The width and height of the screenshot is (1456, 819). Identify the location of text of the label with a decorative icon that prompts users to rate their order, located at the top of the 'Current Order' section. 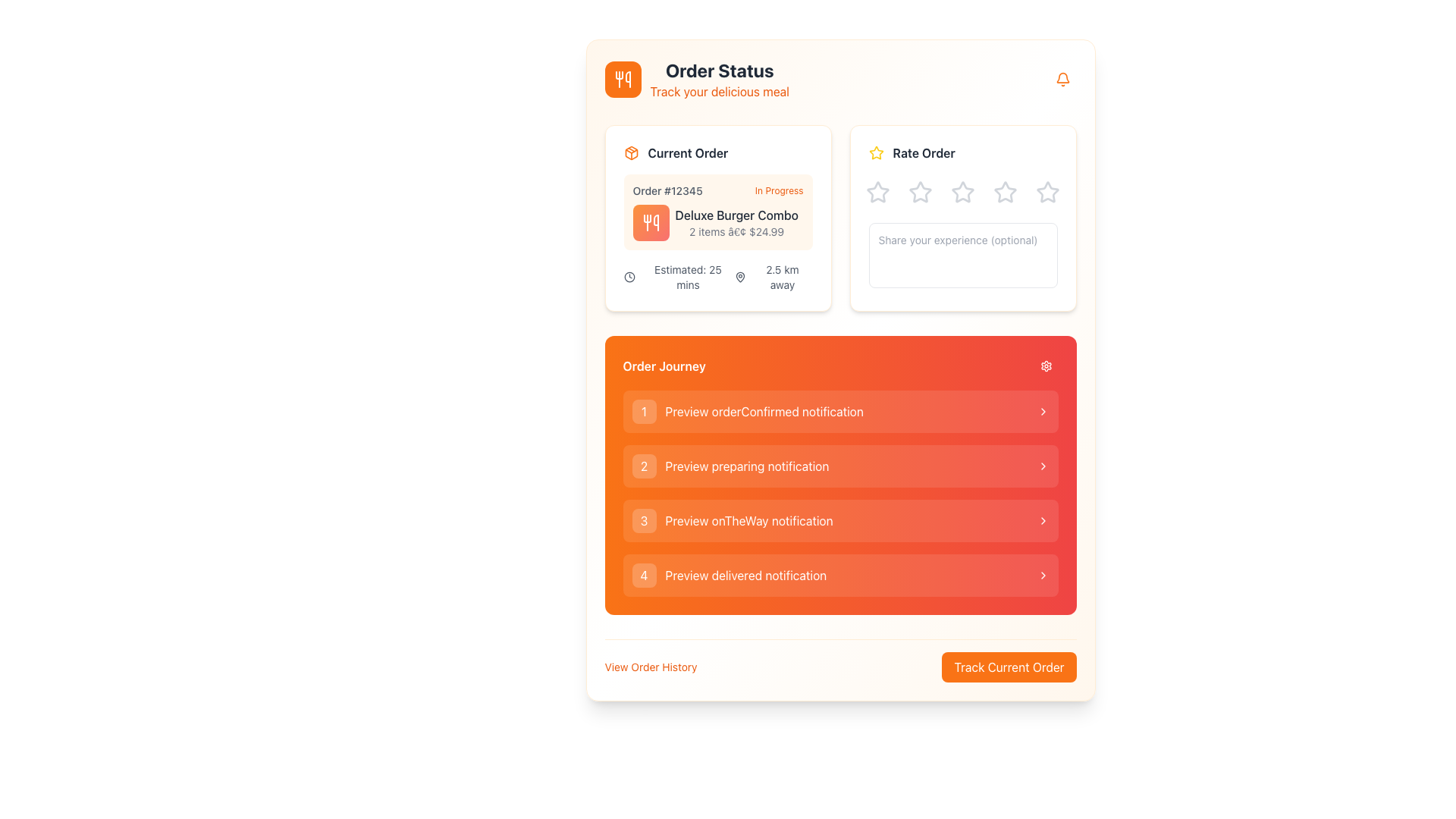
(911, 152).